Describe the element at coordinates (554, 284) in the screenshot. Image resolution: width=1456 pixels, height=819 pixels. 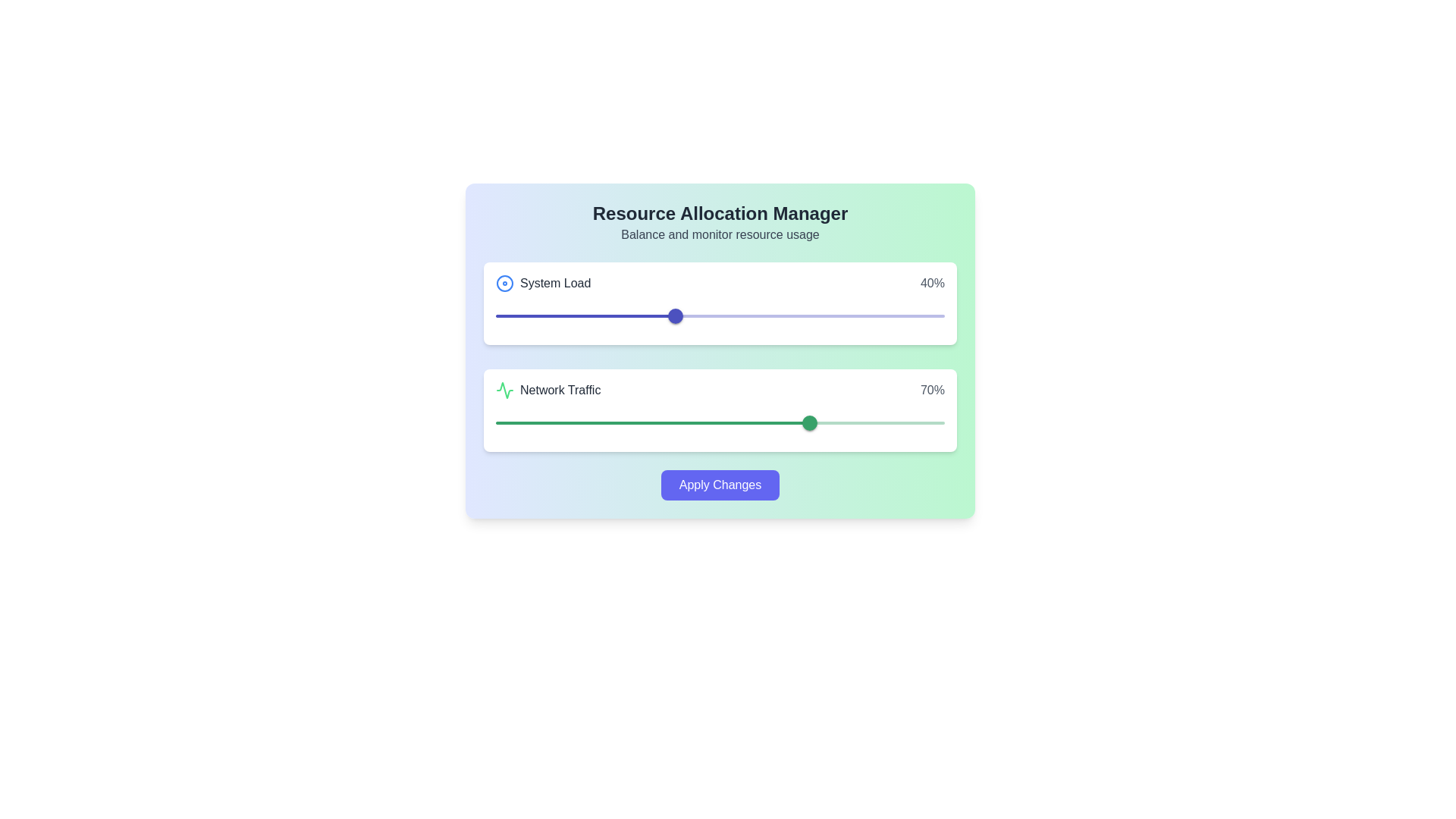
I see `the text label displaying 'System Load' in bold dark gray font, located to the right of a circular icon in the top-left corner of the card-like section` at that location.